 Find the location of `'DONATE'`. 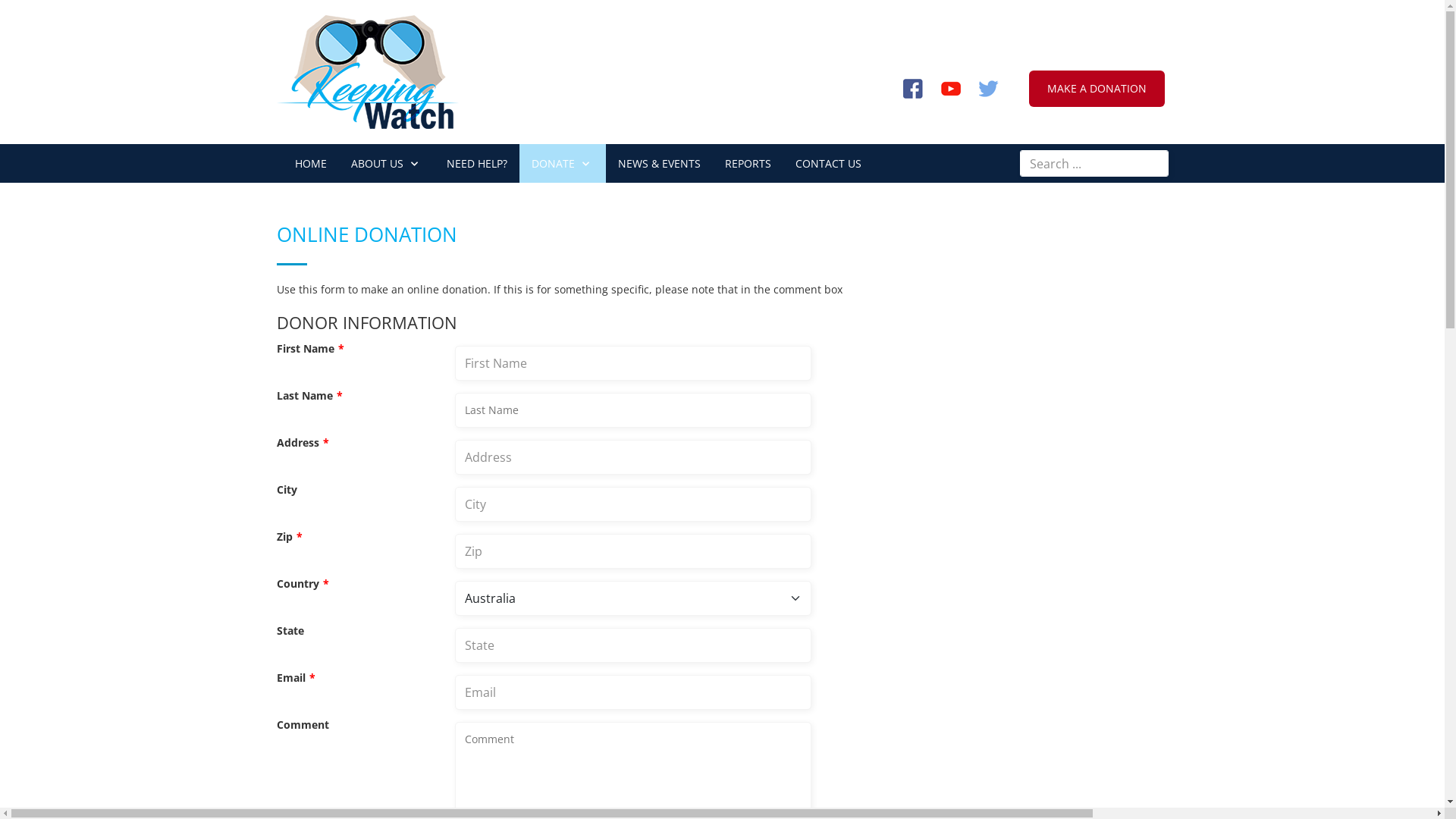

'DONATE' is located at coordinates (560, 163).